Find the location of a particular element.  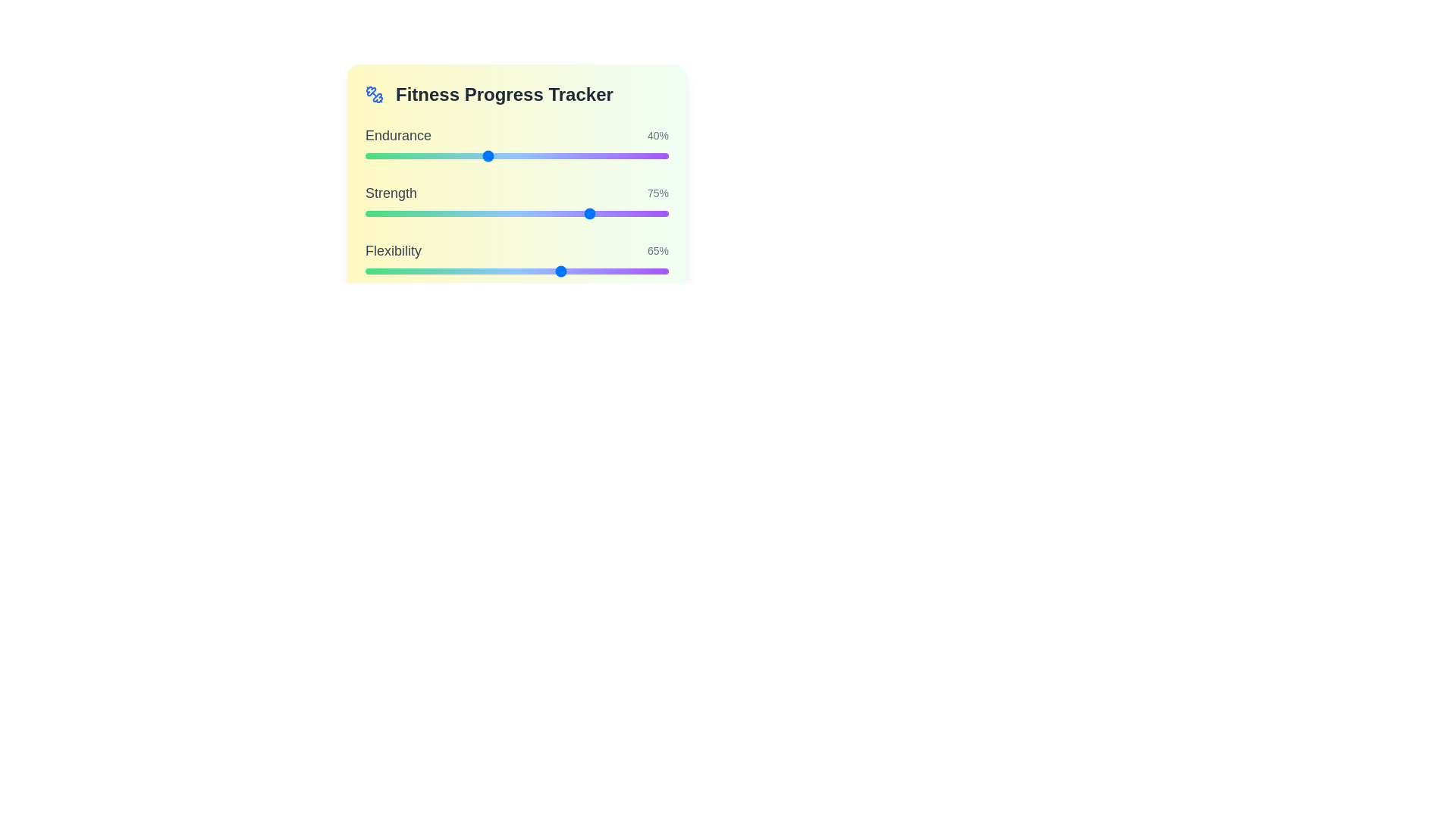

the Fitness Progress Tracker icon is located at coordinates (375, 94).